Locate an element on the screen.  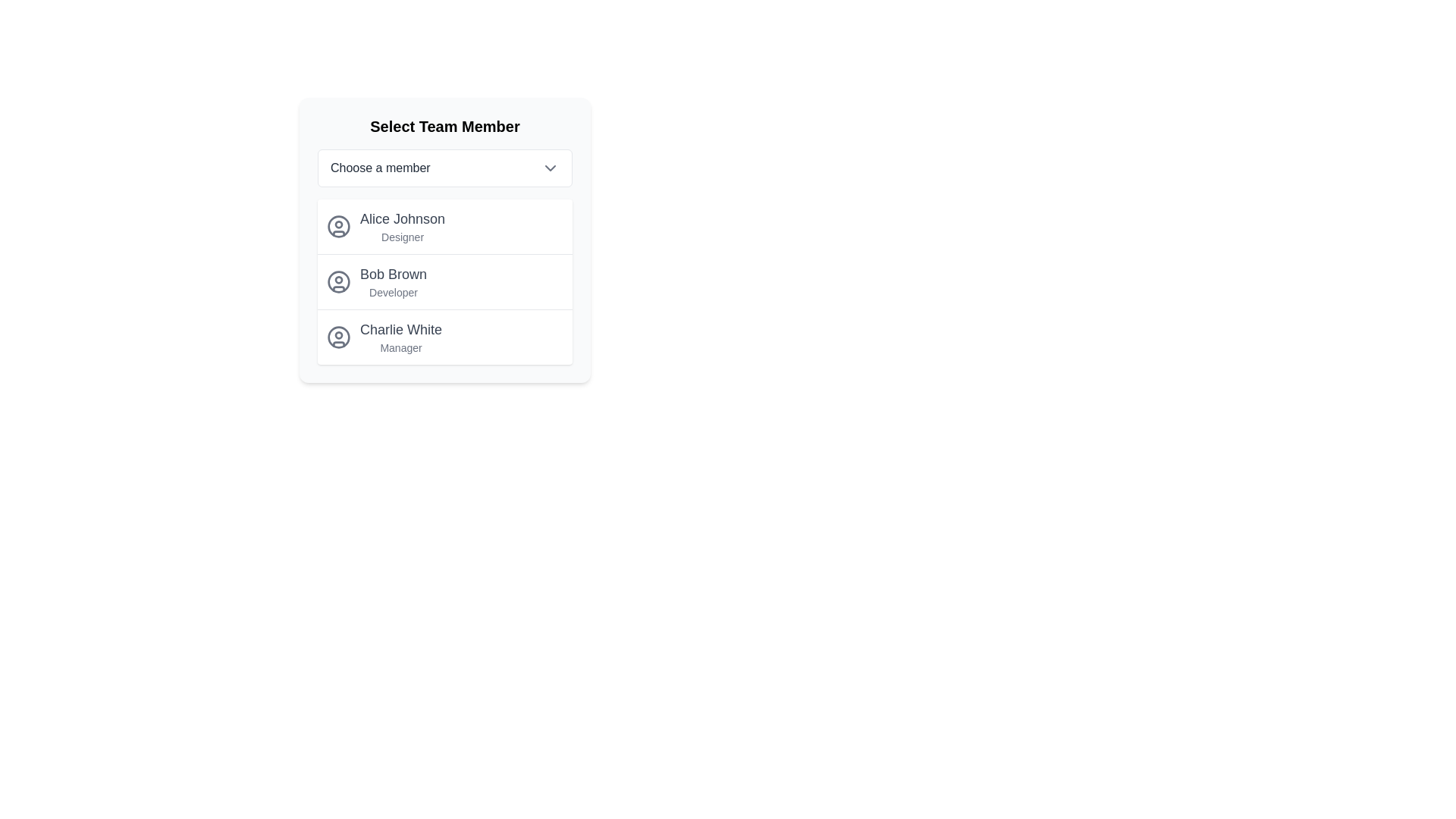
the list item with the text 'Alice Johnson' is located at coordinates (403, 227).